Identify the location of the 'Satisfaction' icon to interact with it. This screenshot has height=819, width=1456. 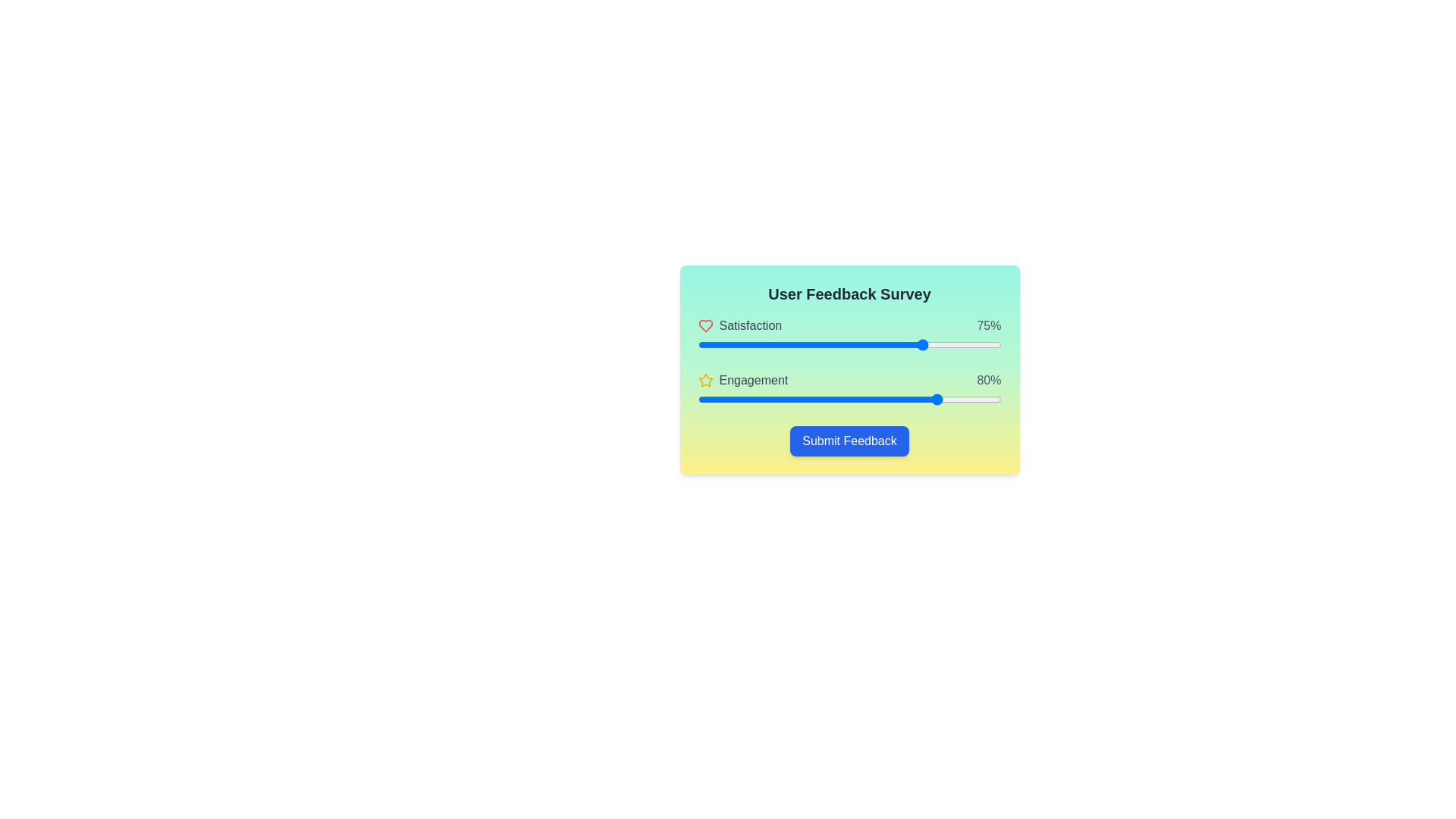
(704, 325).